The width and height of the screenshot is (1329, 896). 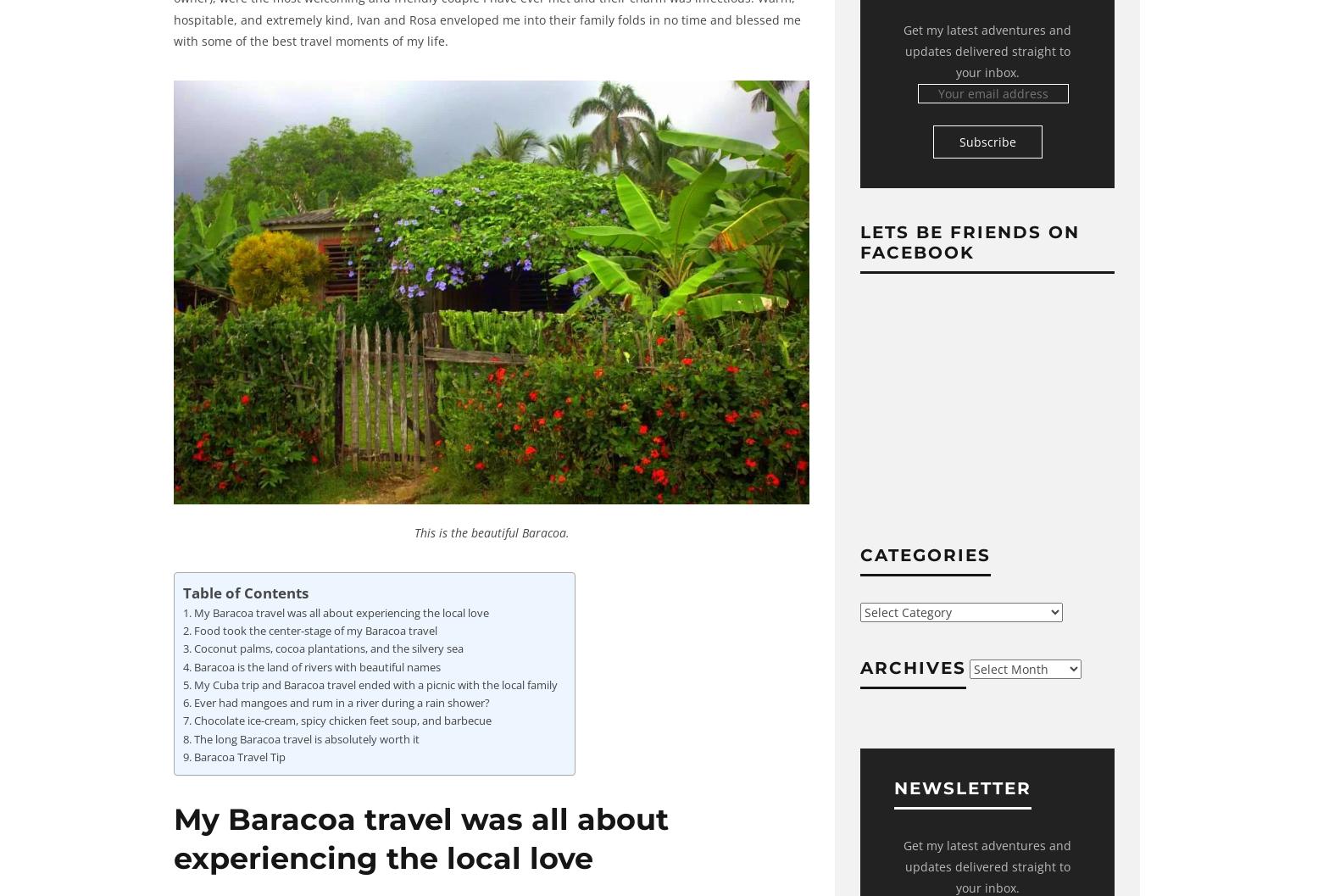 I want to click on 'The long Baracoa travel is absolutely worth it', so click(x=305, y=740).